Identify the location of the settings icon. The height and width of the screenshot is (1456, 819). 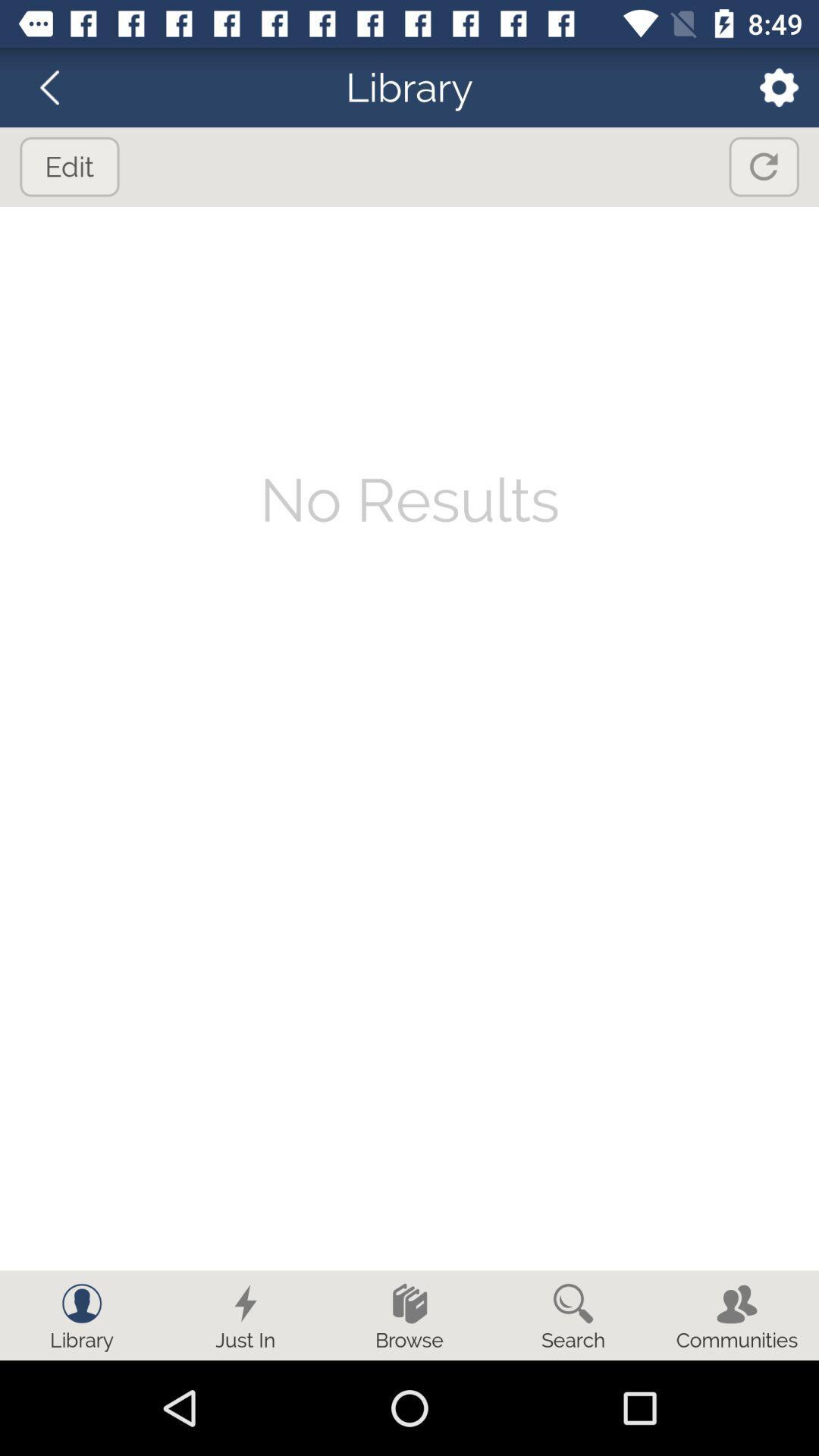
(769, 86).